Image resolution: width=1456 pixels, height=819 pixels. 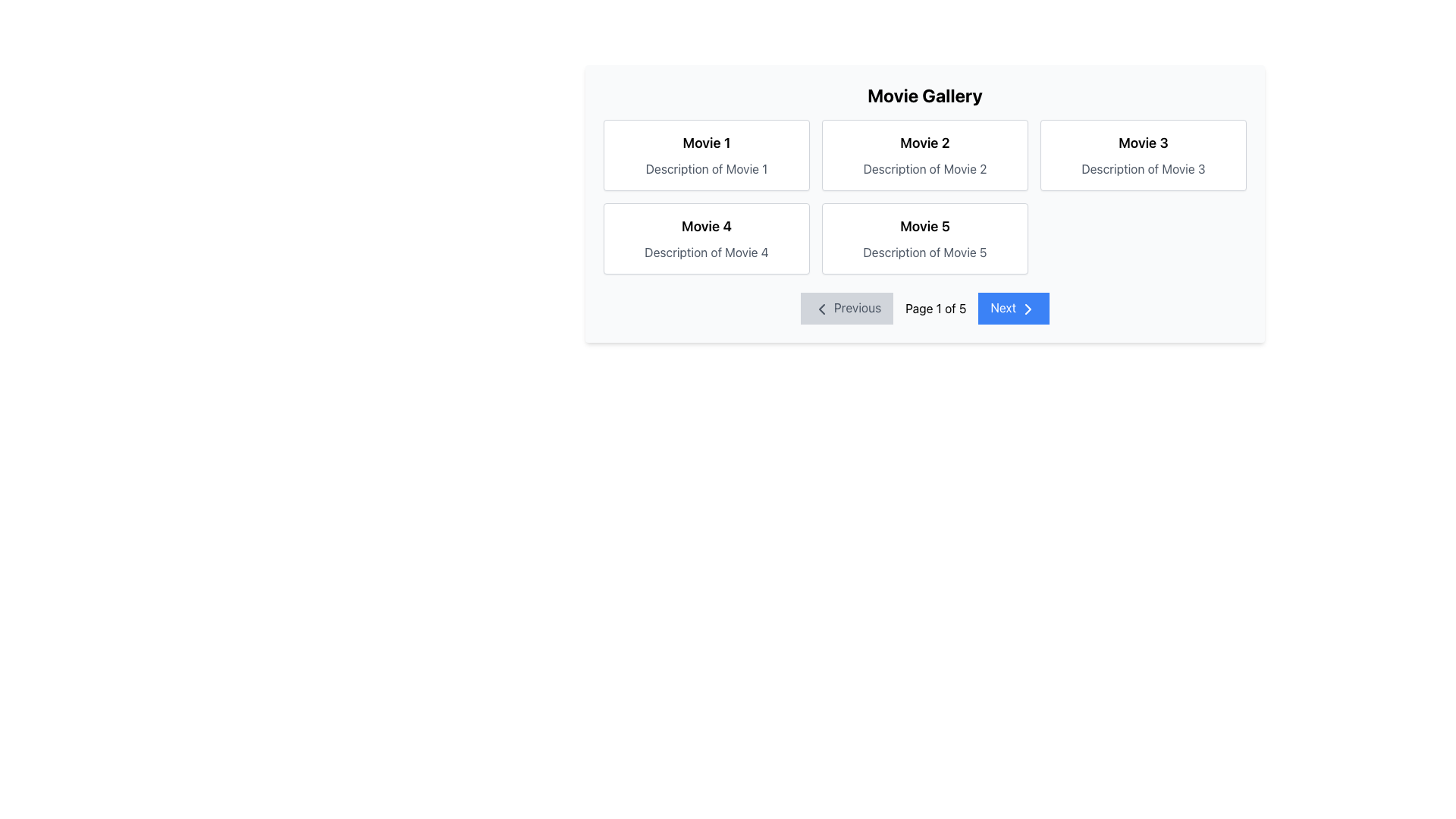 I want to click on the left-facing chevron icon part of the 'Previous' button, which is styled in dark gray and positioned to the left of the 'Previous' text, so click(x=821, y=308).